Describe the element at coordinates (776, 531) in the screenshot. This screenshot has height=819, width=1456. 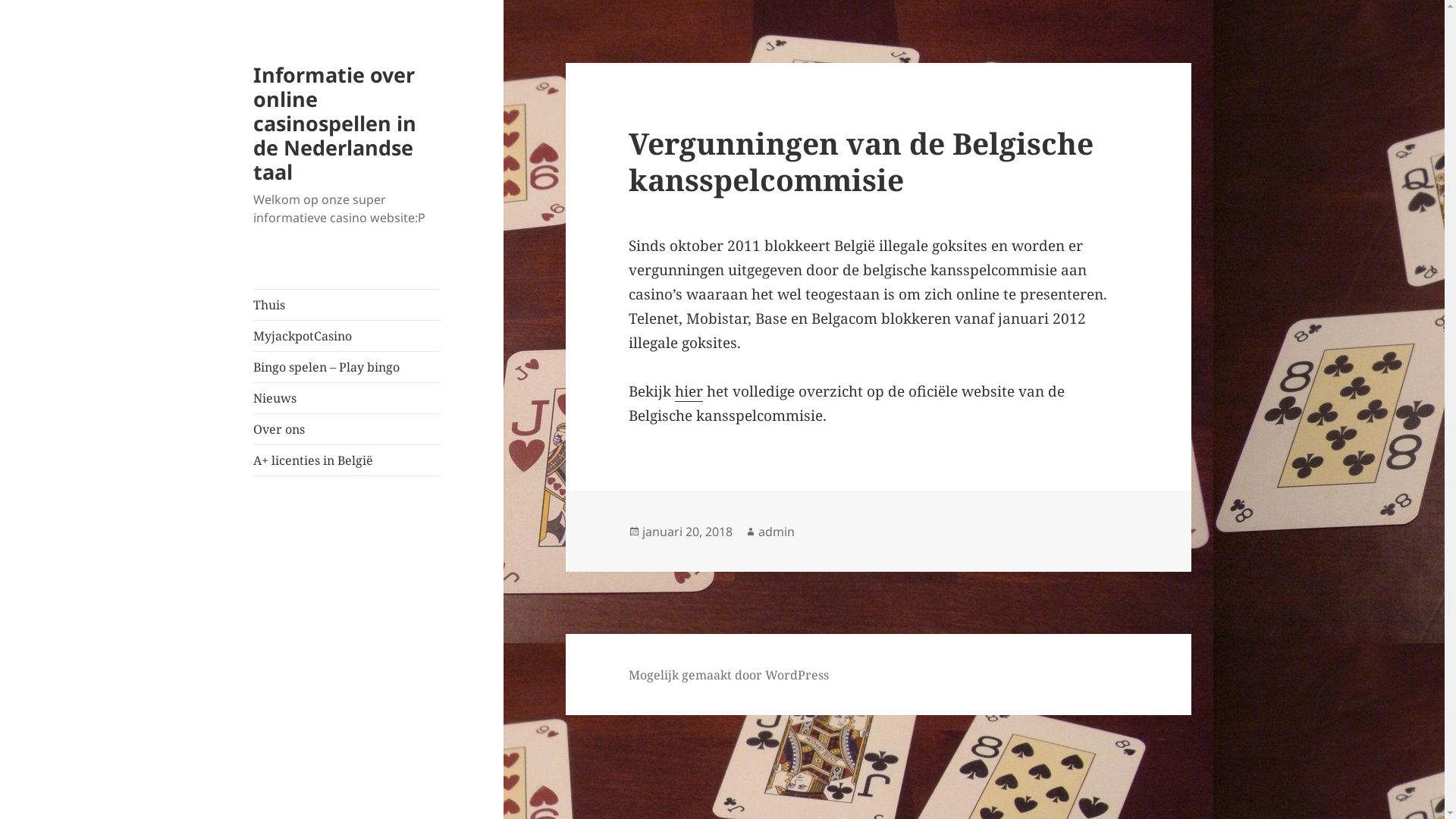
I see `'admin'` at that location.